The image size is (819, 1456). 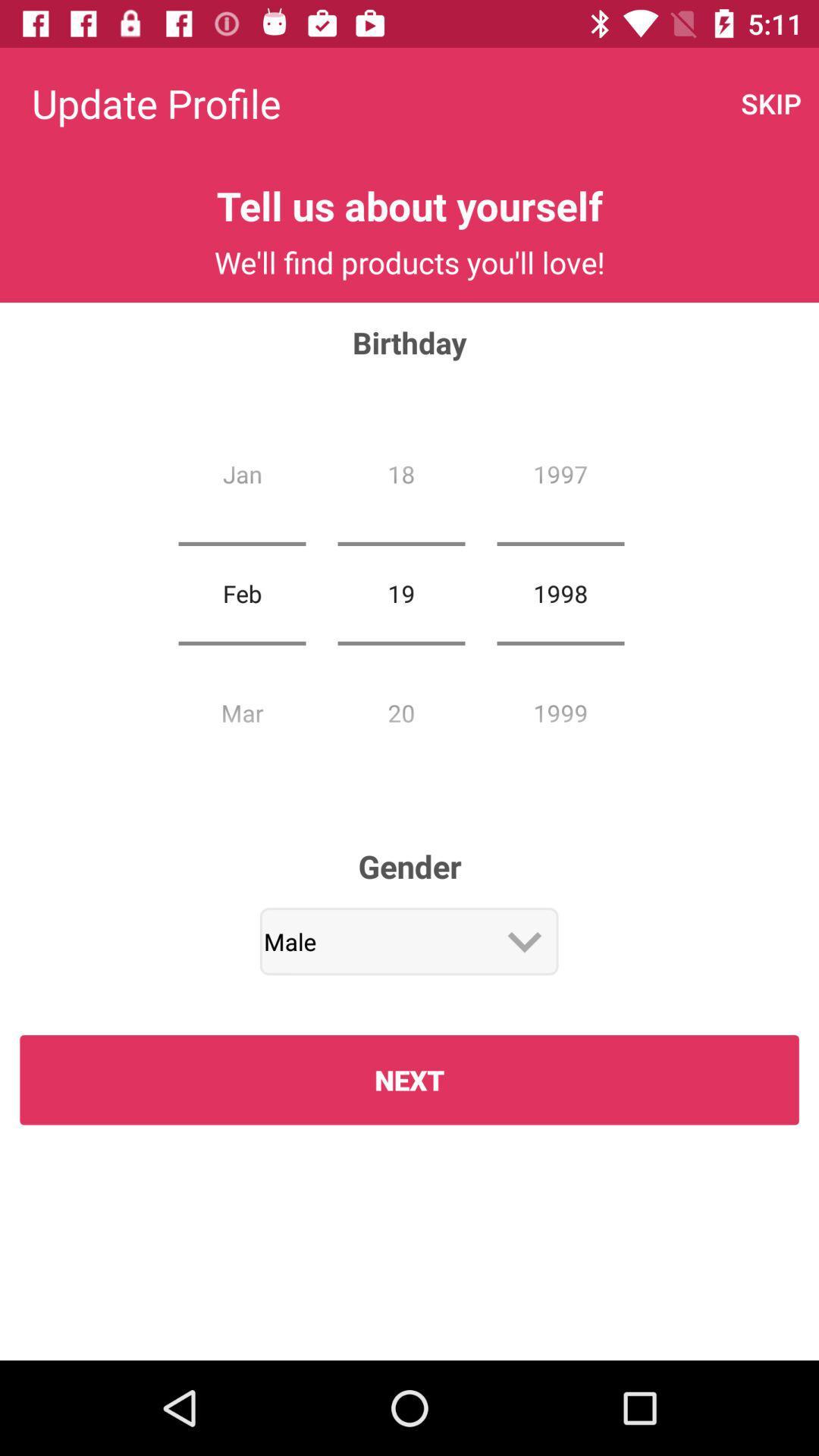 I want to click on the item above the gender item, so click(x=400, y=592).